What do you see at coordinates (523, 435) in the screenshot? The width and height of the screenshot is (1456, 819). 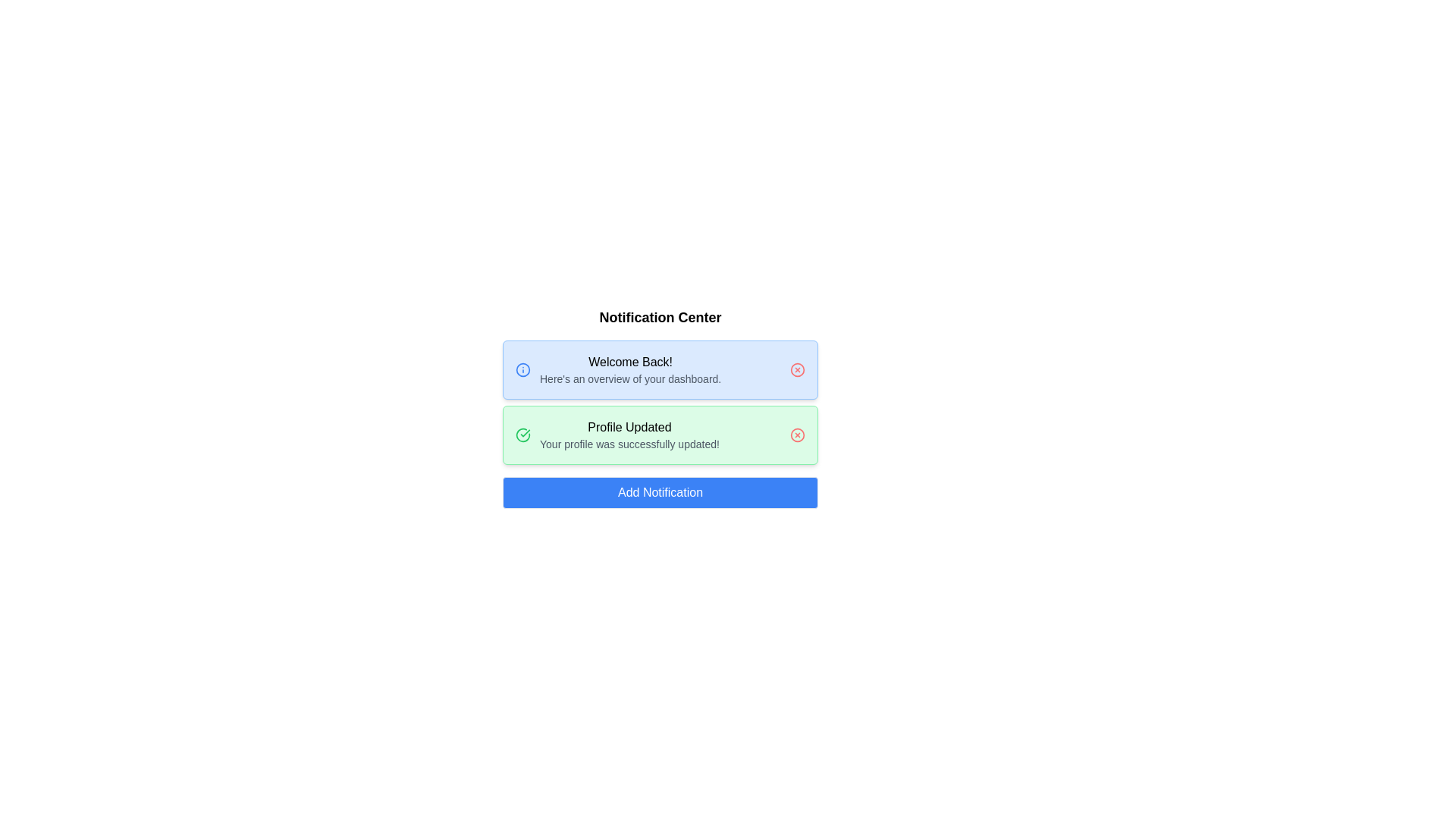 I see `the green circular checkmark icon located beside the text 'Profile Updated' in the notification area` at bounding box center [523, 435].